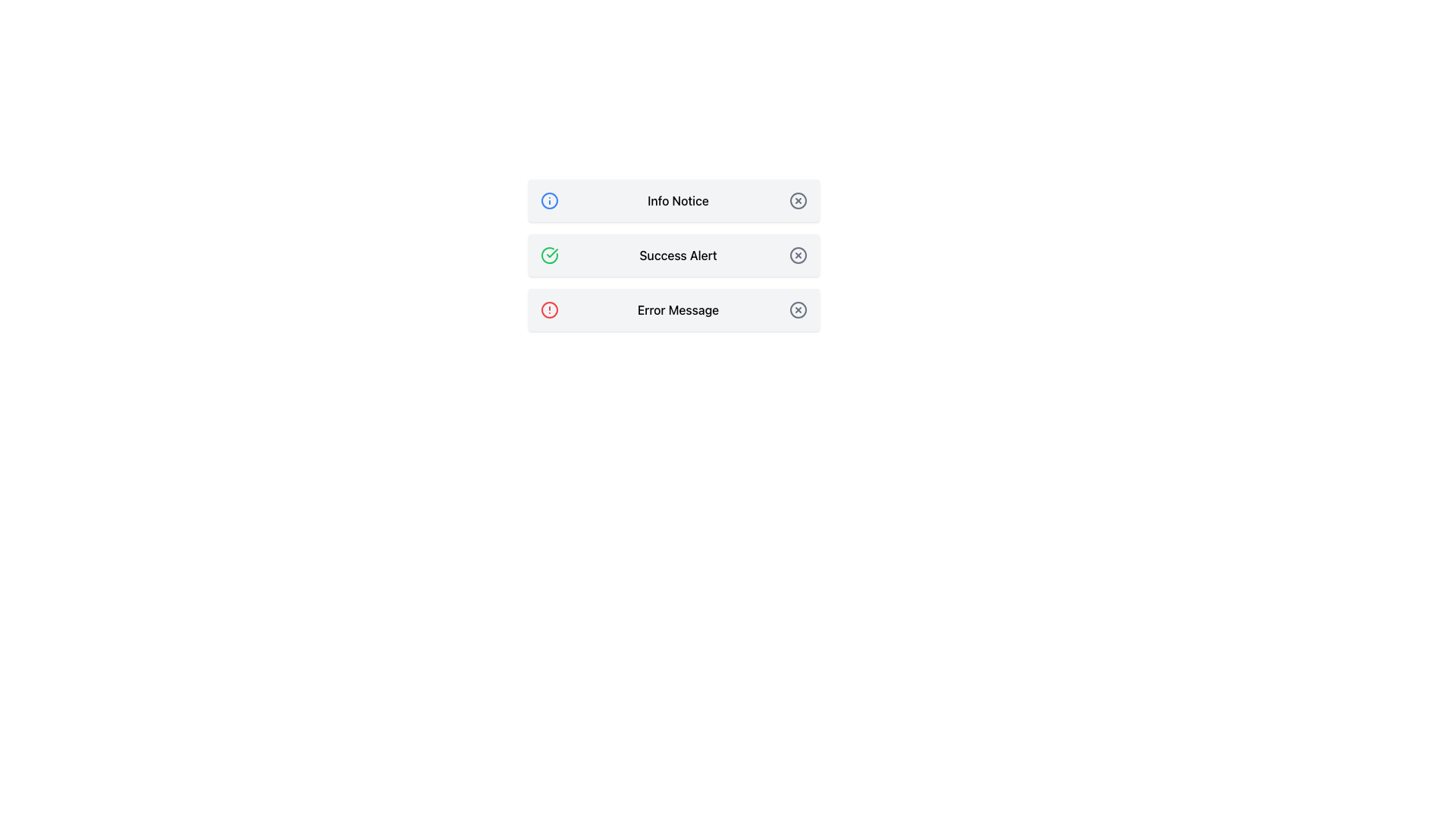 The height and width of the screenshot is (819, 1456). What do you see at coordinates (673, 200) in the screenshot?
I see `the 'Info Notice' notification alert, which is the first rectangular notification block with a blue information icon on the left and a close icon on the right` at bounding box center [673, 200].